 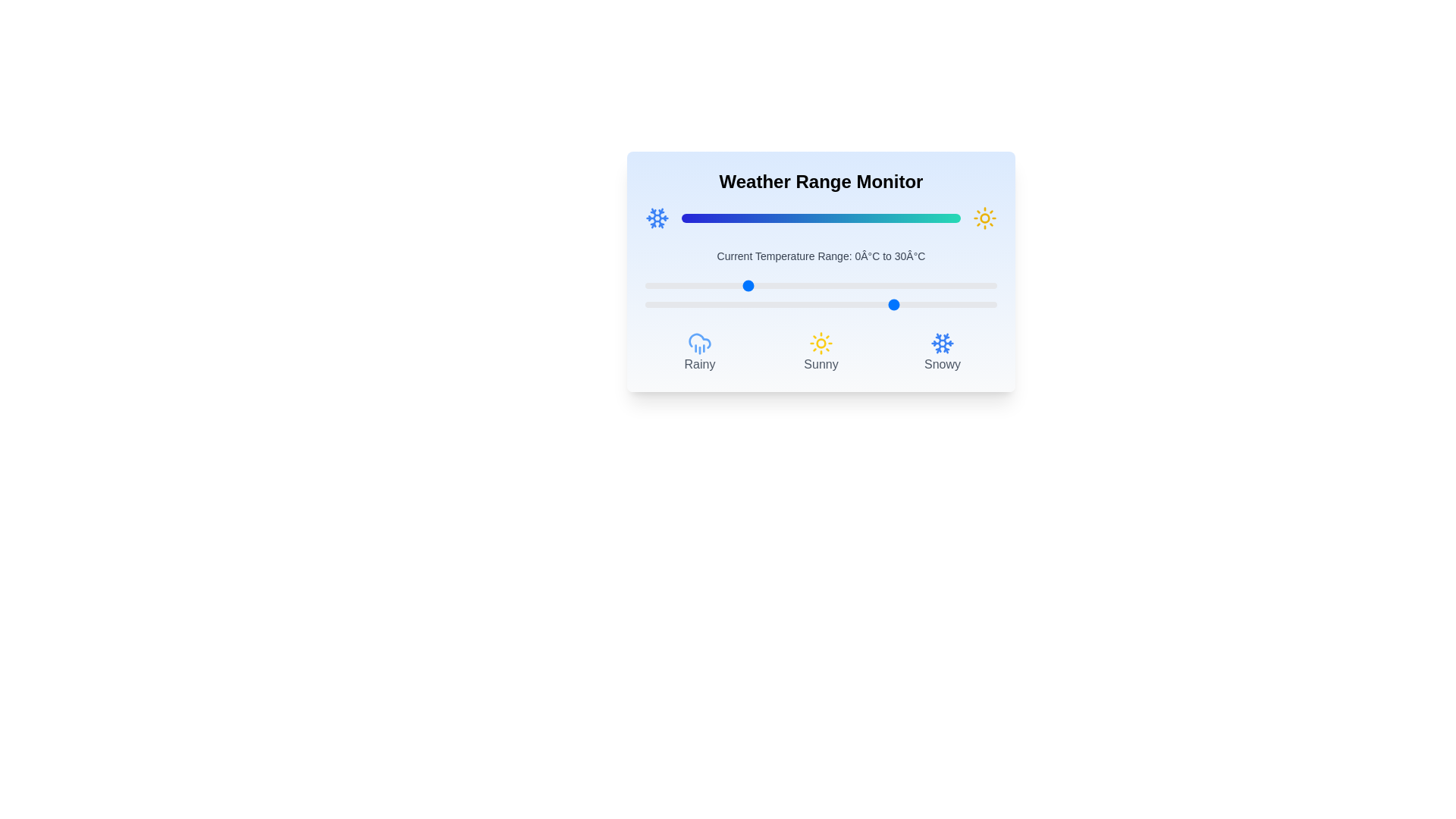 What do you see at coordinates (938, 348) in the screenshot?
I see `the lower-right part of the snowflake icon, which is colored in blue and is part of the 'Snowy' section in the weather interface` at bounding box center [938, 348].